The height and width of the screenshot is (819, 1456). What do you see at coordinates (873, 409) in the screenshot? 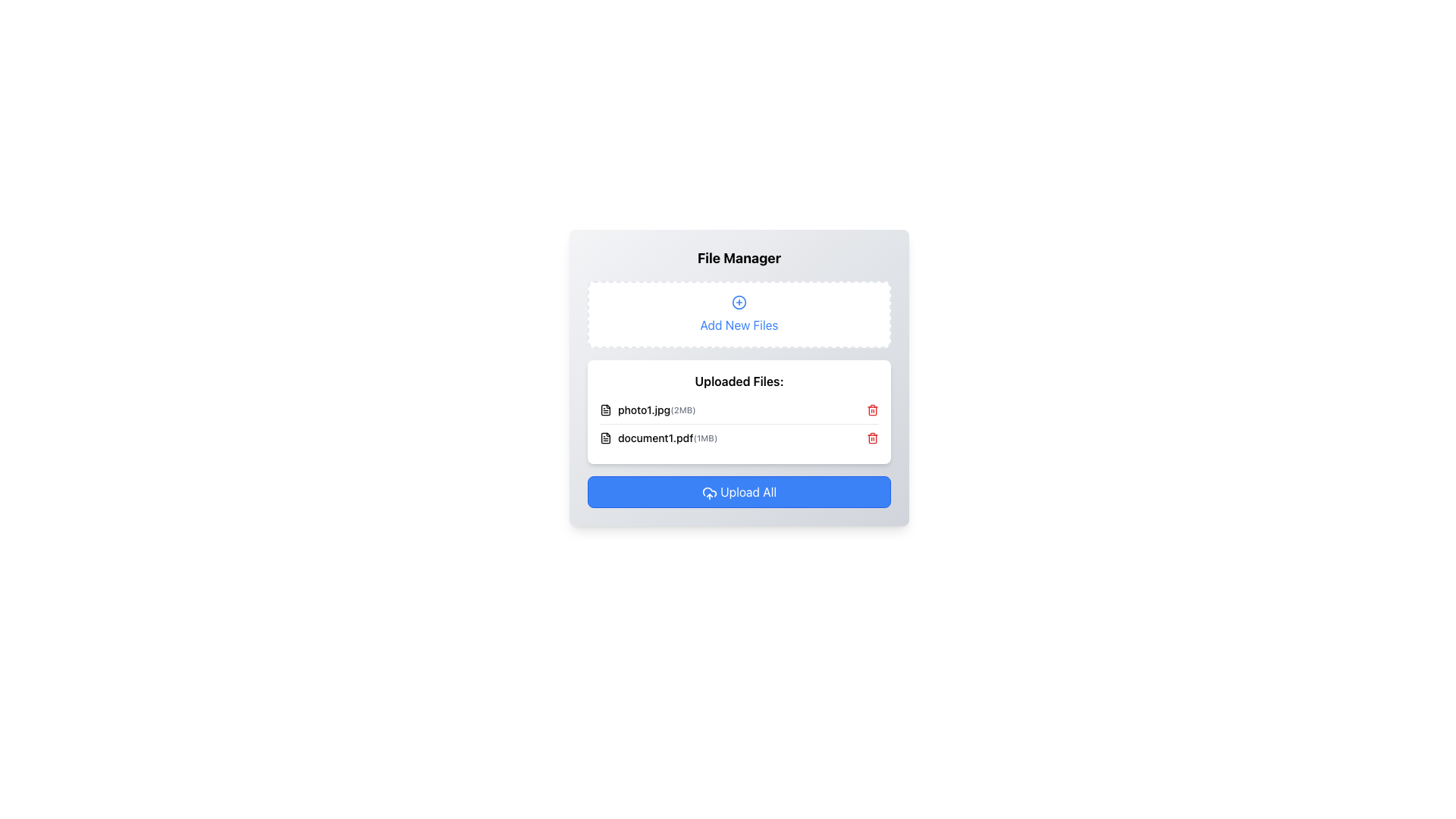
I see `the trashcan icon located to the right of the 'photo1.jpg' filename in the 'Uploaded Files' section` at bounding box center [873, 409].